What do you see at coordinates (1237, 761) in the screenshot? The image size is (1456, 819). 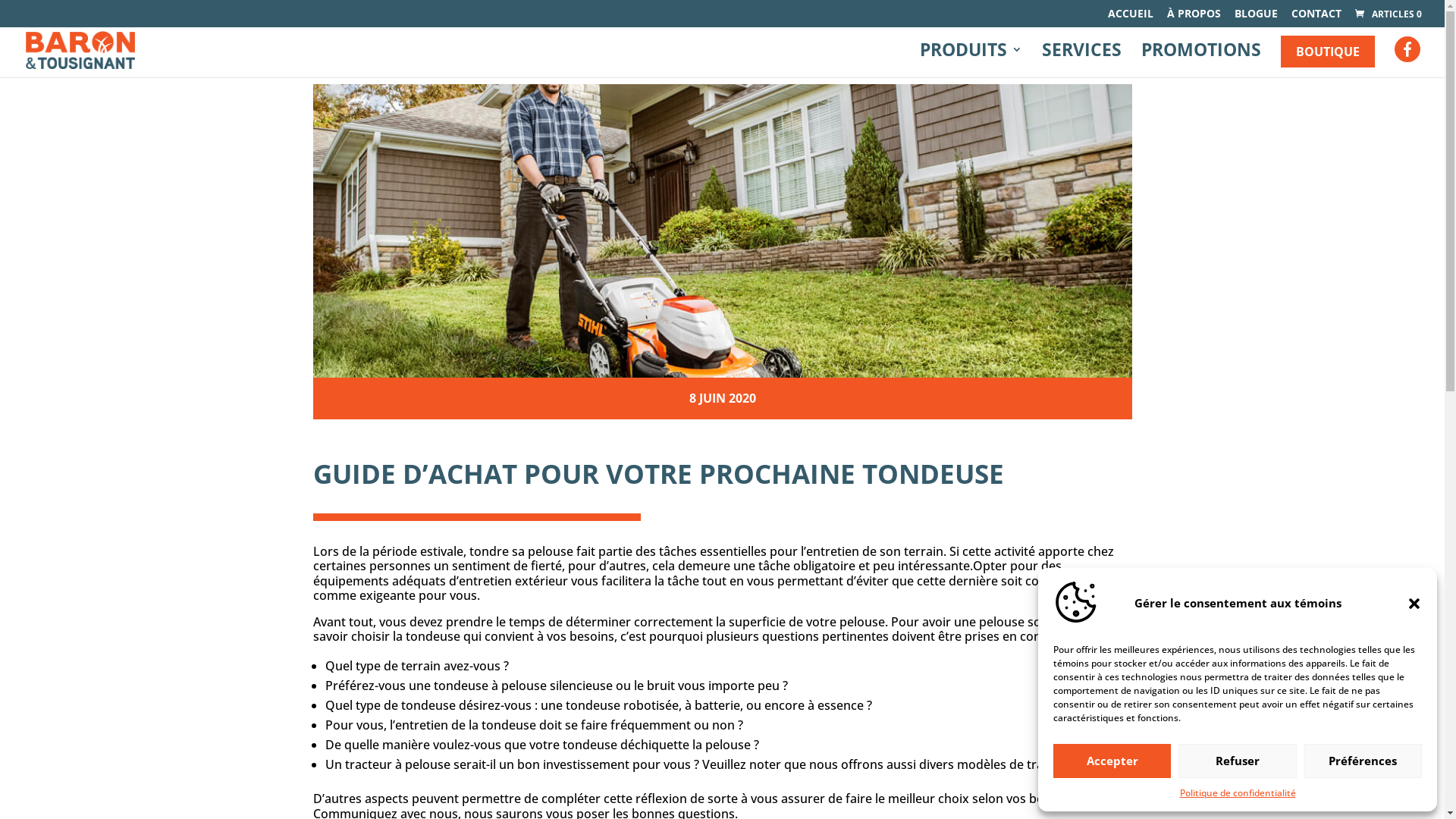 I see `'Refuser'` at bounding box center [1237, 761].